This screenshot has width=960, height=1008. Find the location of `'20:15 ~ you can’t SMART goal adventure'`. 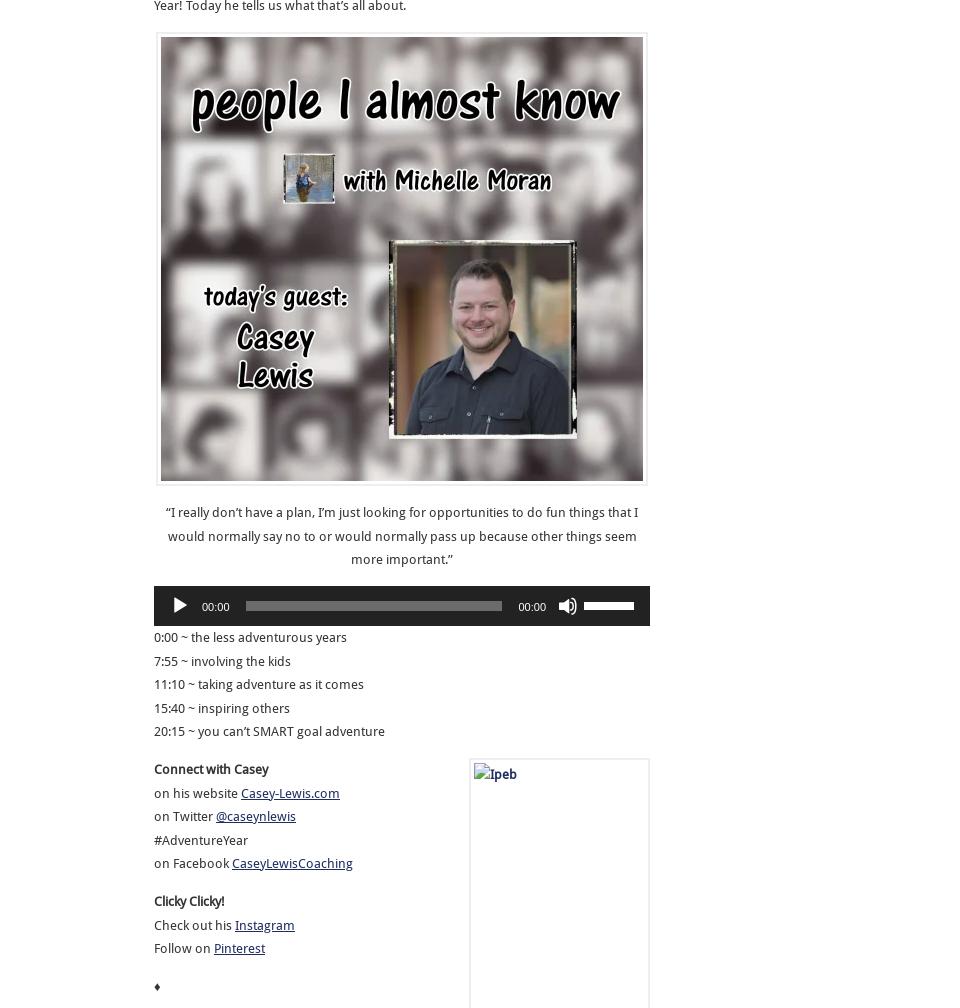

'20:15 ~ you can’t SMART goal adventure' is located at coordinates (268, 730).